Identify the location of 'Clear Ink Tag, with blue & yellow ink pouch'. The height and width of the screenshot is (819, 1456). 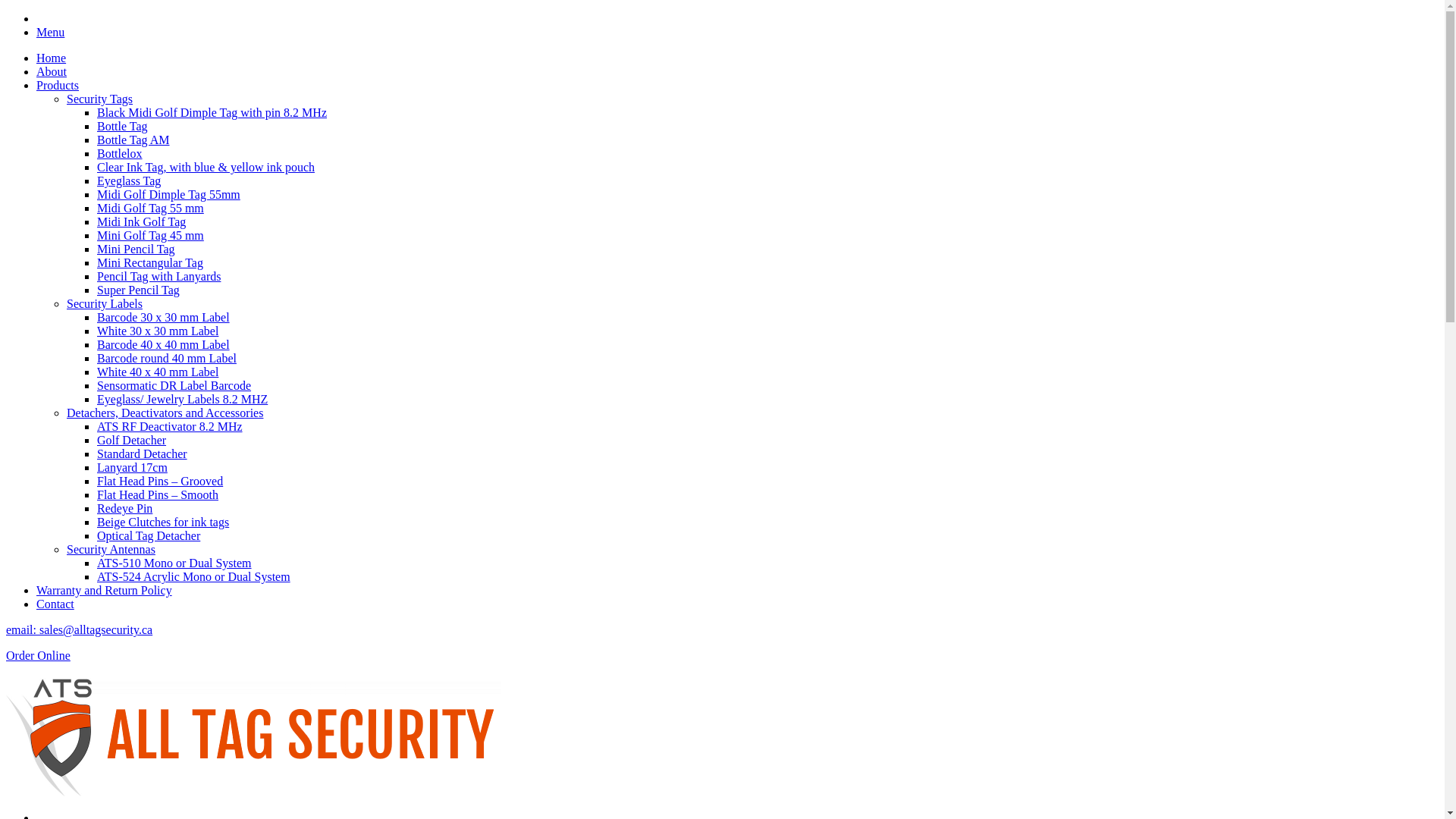
(205, 167).